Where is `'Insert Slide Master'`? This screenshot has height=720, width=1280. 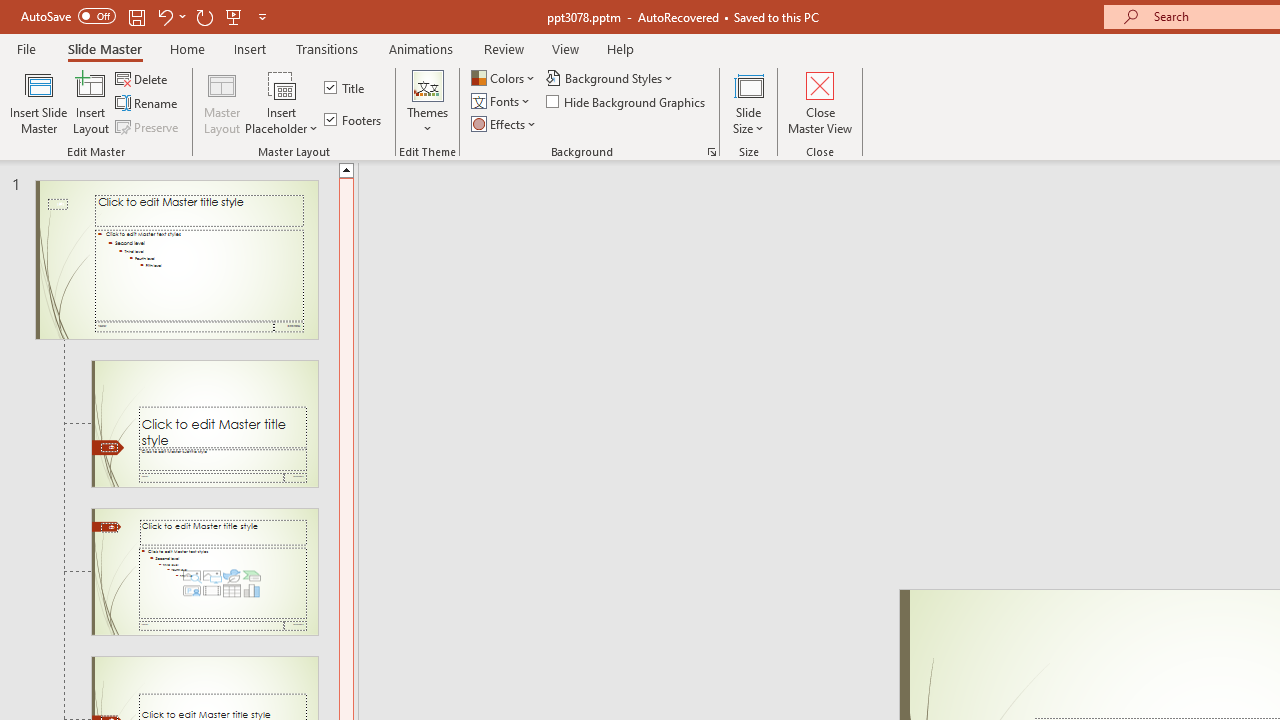 'Insert Slide Master' is located at coordinates (39, 103).